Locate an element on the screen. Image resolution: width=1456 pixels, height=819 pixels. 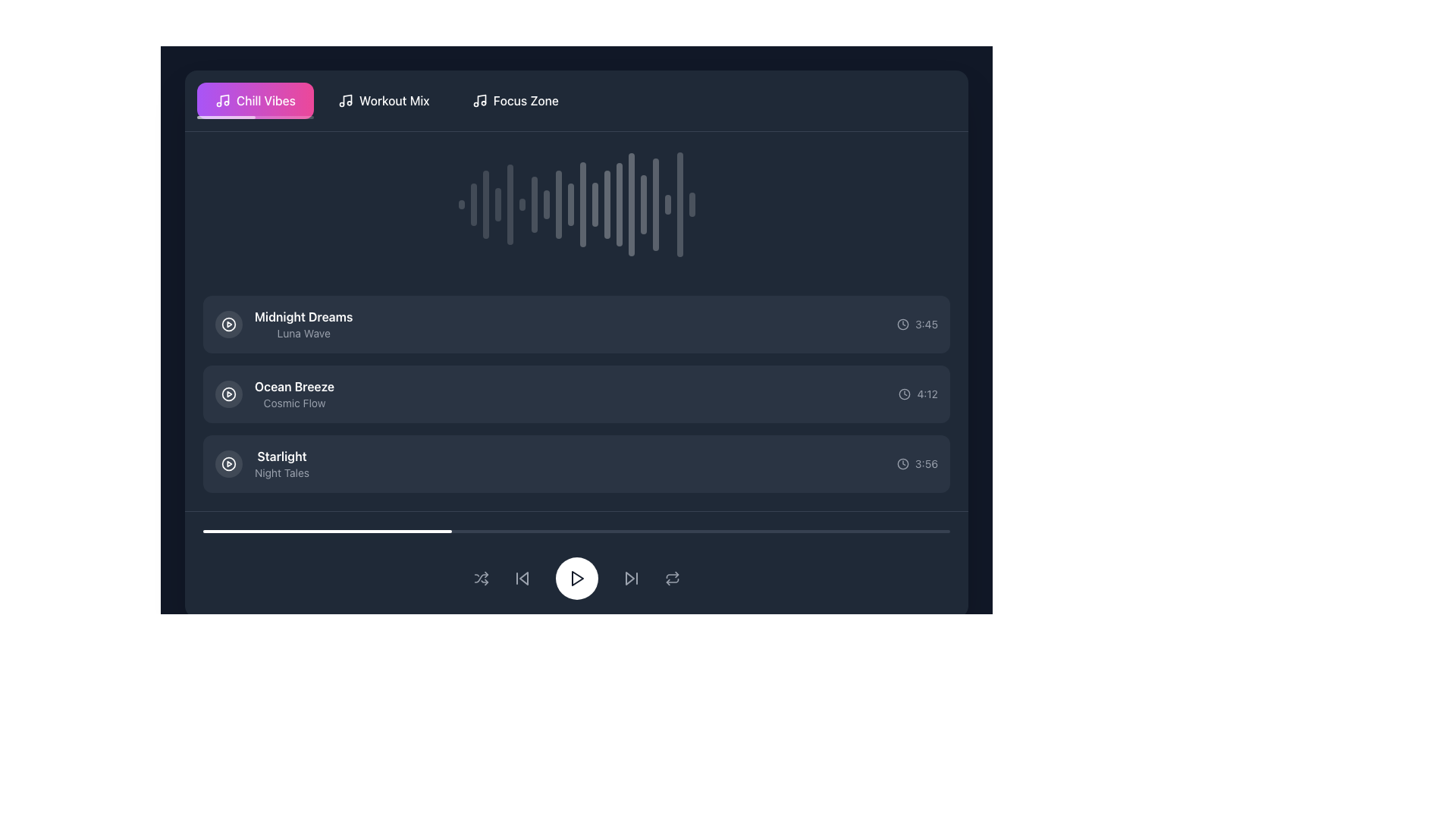
the play button located at the bottom-center section of the interface to initiate media playback is located at coordinates (576, 579).